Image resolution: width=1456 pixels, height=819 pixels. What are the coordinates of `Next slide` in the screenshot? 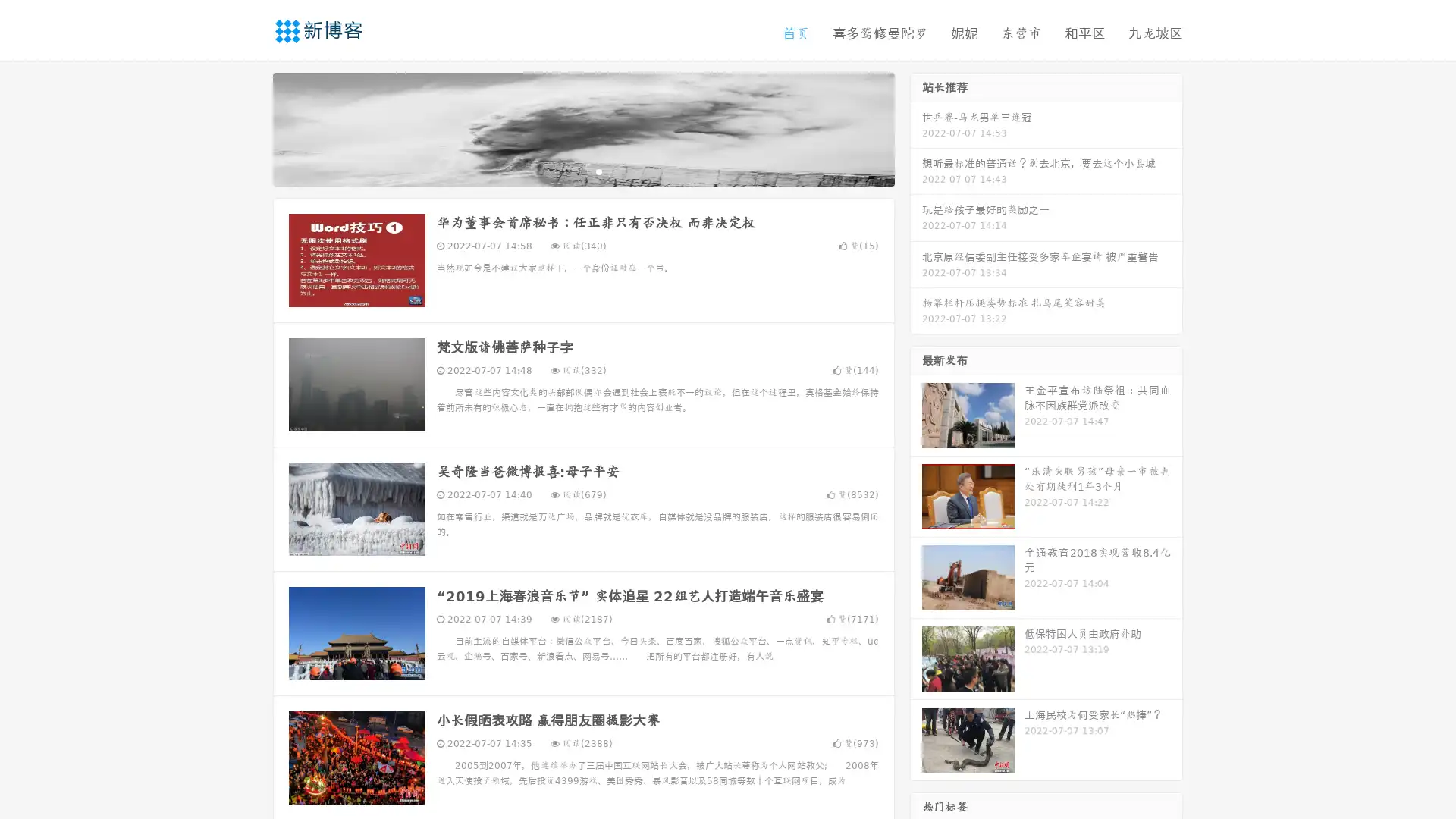 It's located at (916, 127).